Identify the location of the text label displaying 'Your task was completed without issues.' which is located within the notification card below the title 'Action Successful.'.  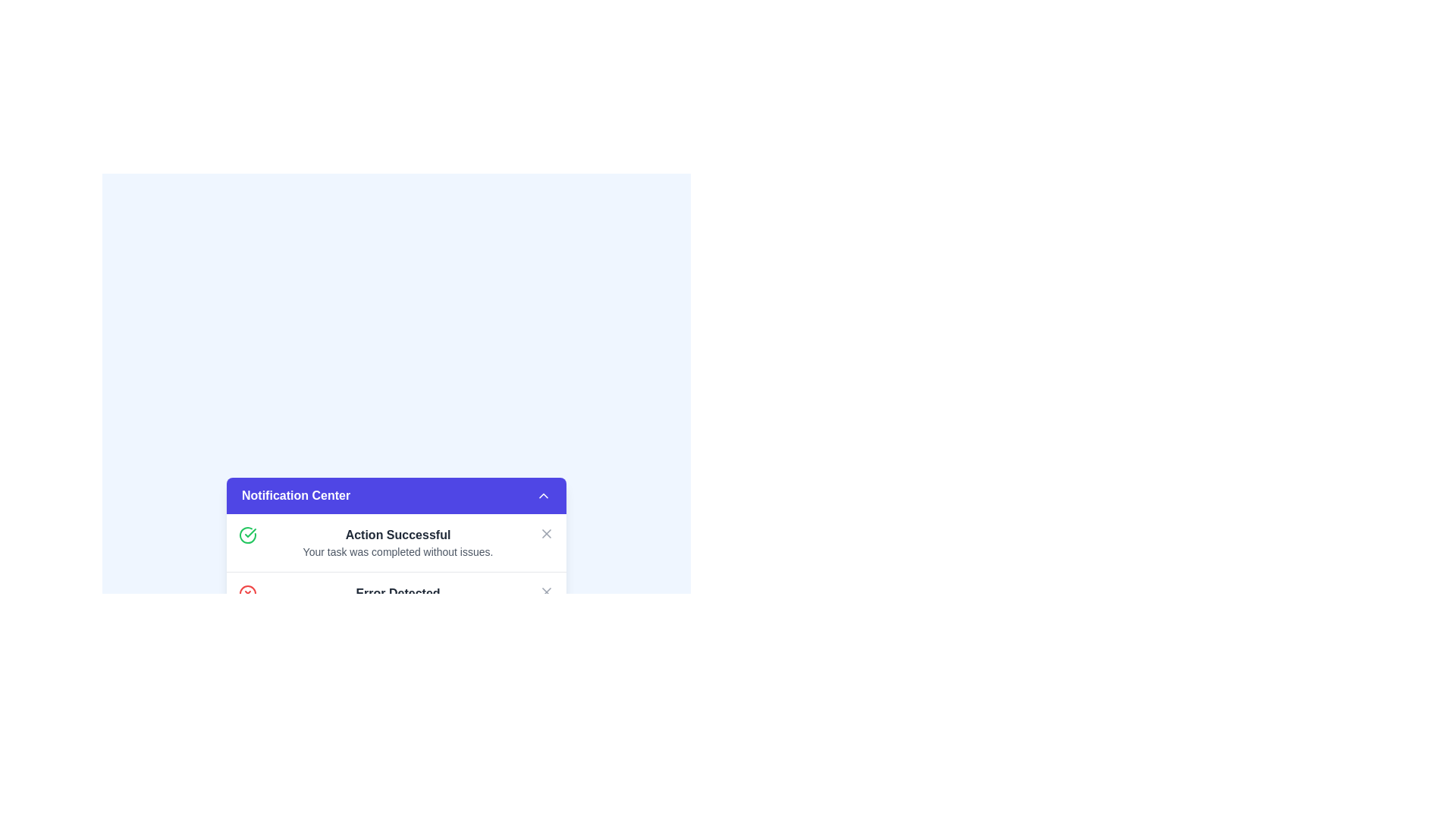
(397, 552).